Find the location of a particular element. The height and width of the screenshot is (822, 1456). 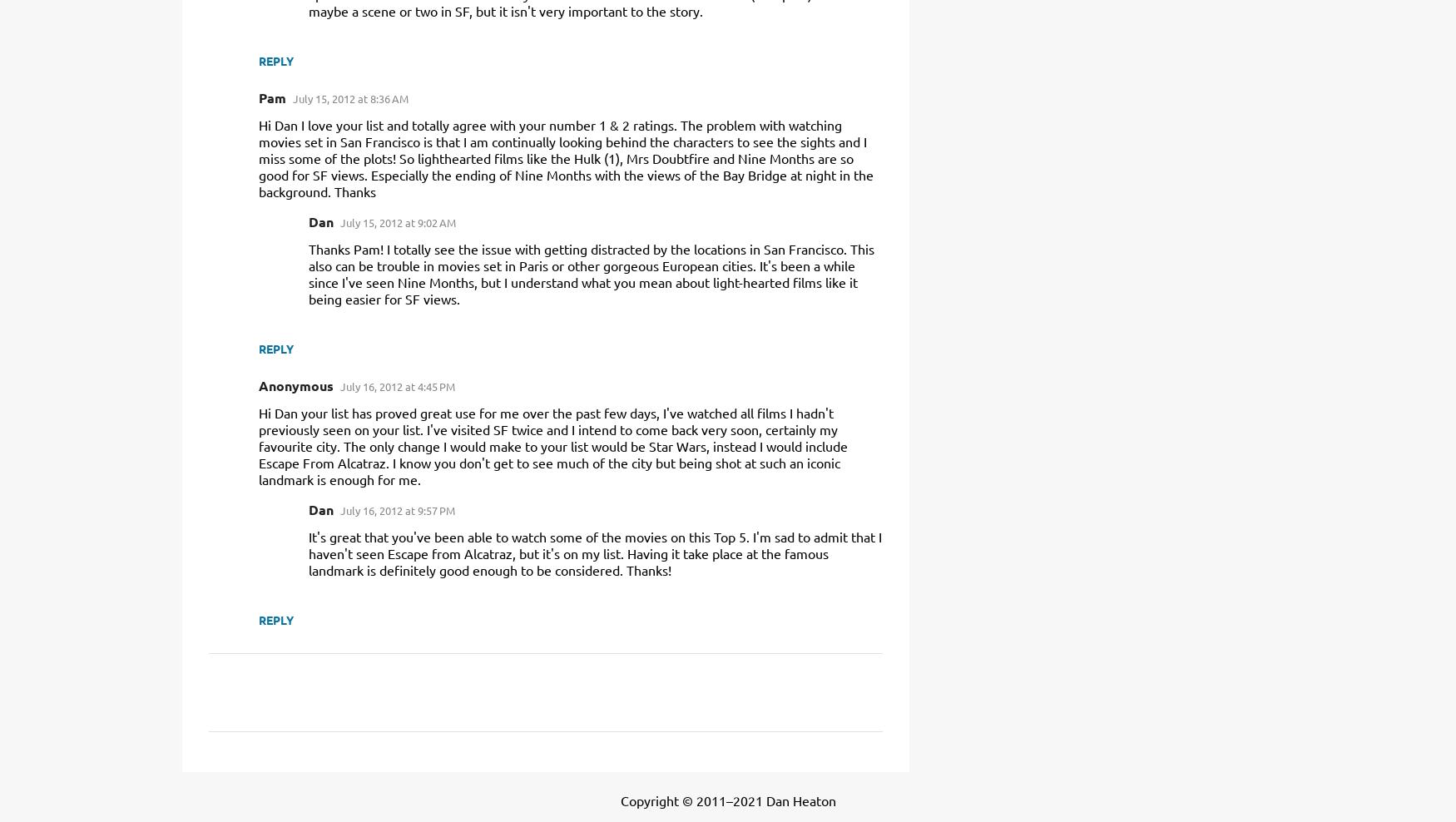

'Hi Dan your list has proved great use for me over the past few days, I've watched all films I hadn't previously seen on your list. I've visited SF twice and I intend to come back very soon, certainly my favourite city. The only change I would make to your list would be Star Wars, instead I would include Escape From Alcatraz. I know you don't get to see much of the city but being shot at such an iconic landmark is enough for me.' is located at coordinates (552, 444).